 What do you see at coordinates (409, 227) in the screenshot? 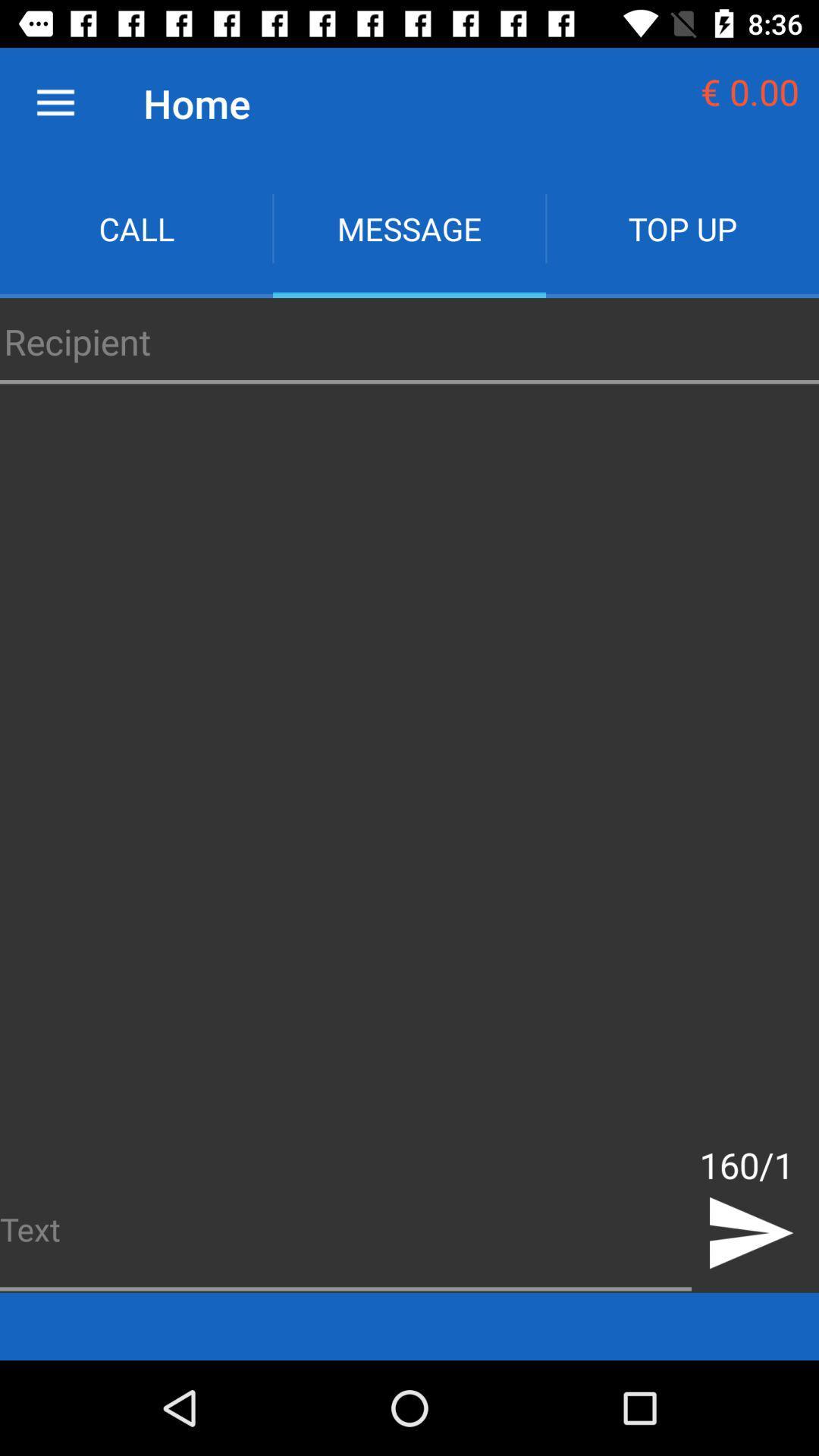
I see `app to the left of top up` at bounding box center [409, 227].